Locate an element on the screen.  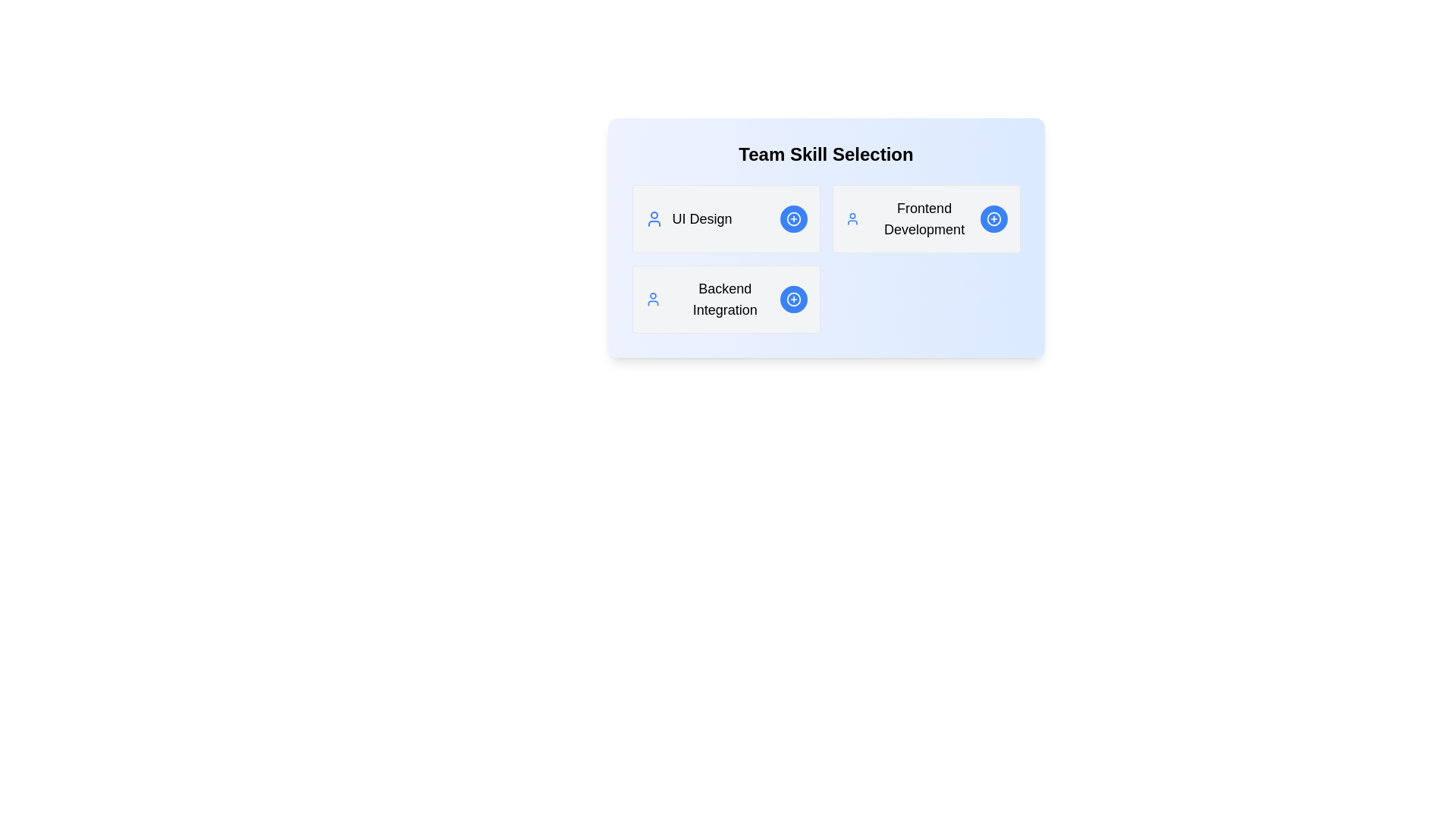
the skill card labeled Backend Integration is located at coordinates (725, 299).